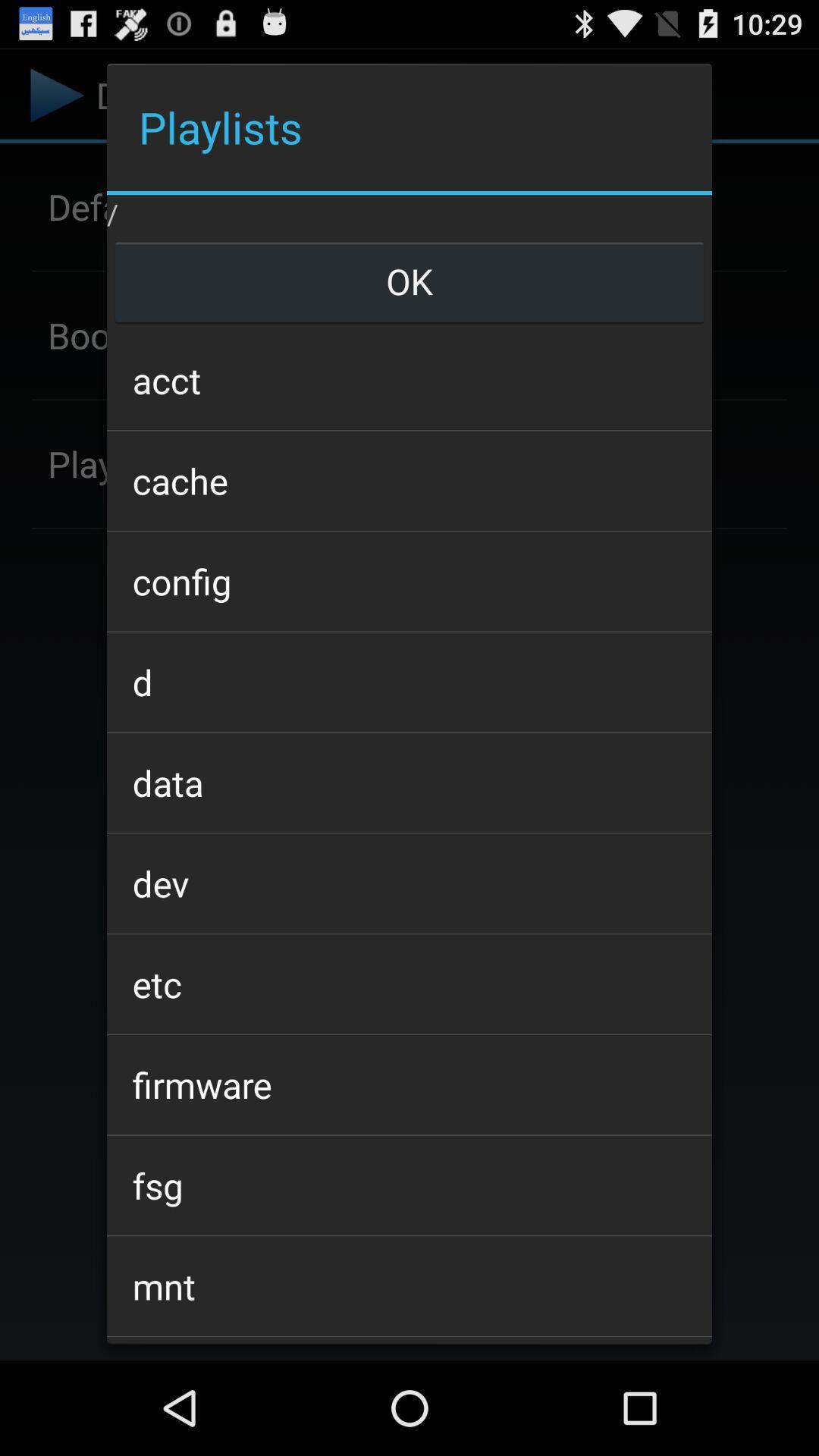  What do you see at coordinates (409, 1285) in the screenshot?
I see `the mnt app` at bounding box center [409, 1285].